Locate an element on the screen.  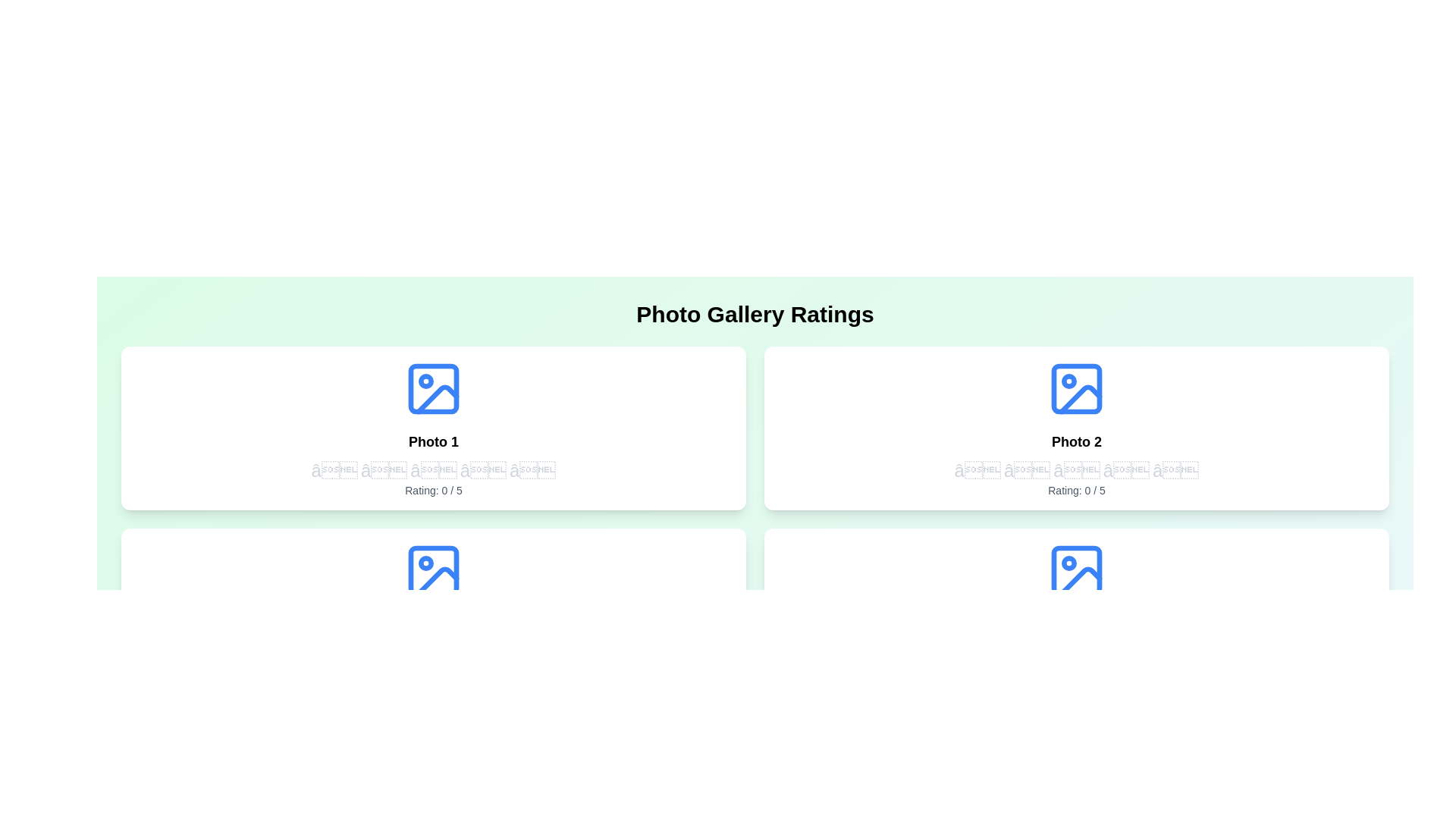
the rating of the first photo to 1 stars is located at coordinates (334, 470).